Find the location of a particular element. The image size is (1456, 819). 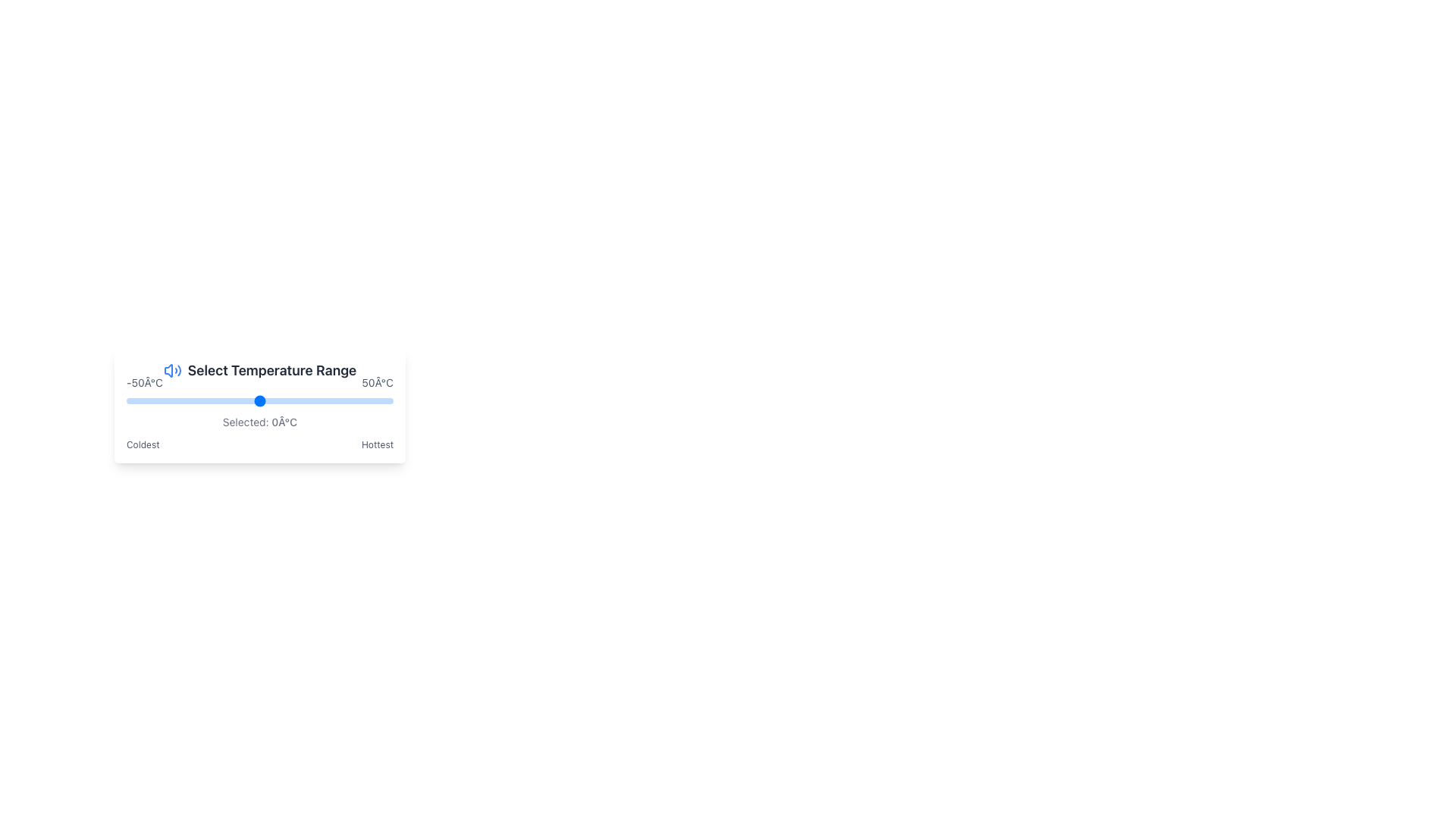

the speaker icon that represents audio-related settings, located at the far left before the text 'Select Temperature Range' is located at coordinates (172, 371).